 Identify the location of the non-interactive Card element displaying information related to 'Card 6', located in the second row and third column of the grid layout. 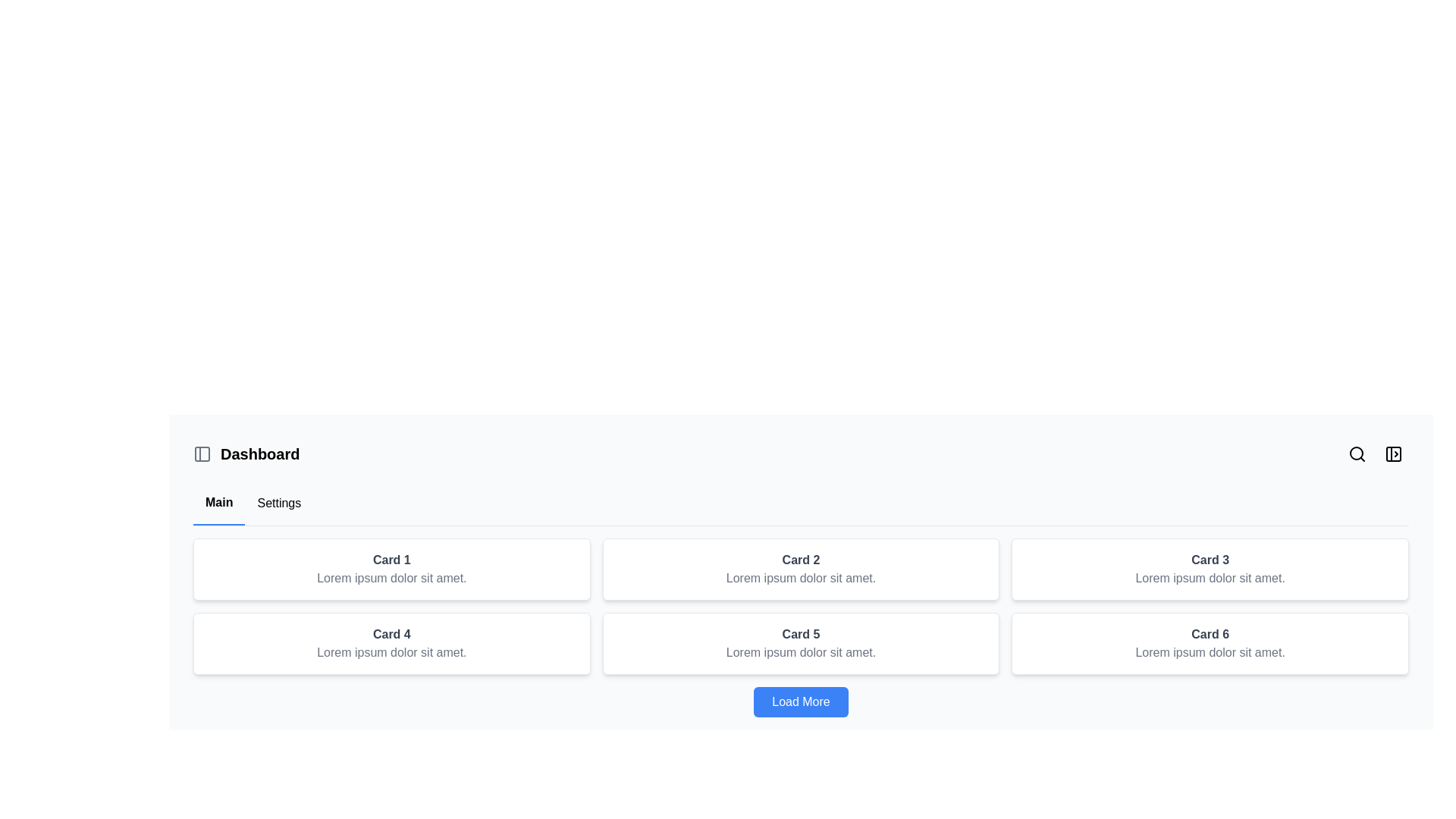
(1210, 643).